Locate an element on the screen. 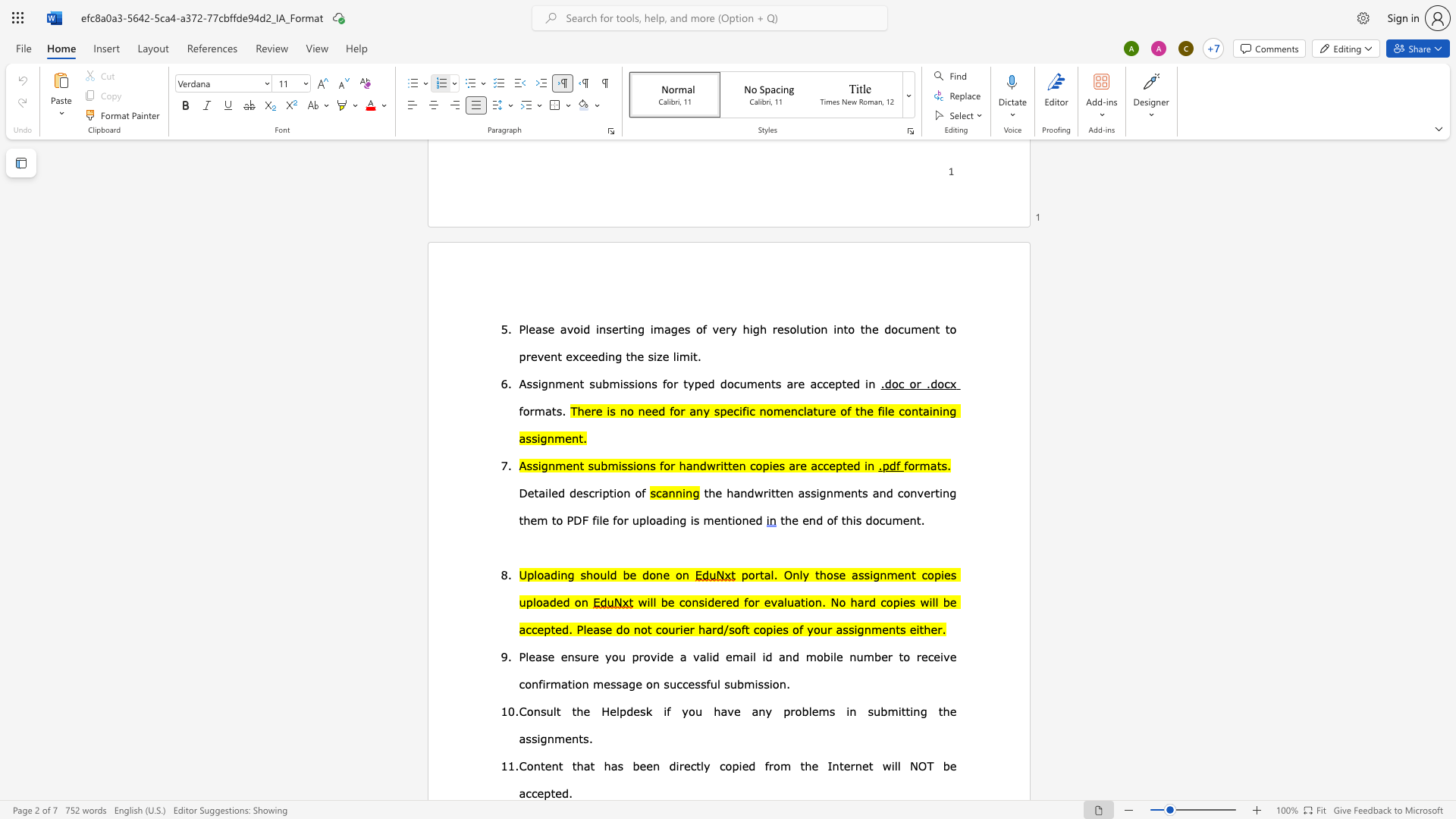 The height and width of the screenshot is (819, 1456). the space between the continuous character "e" and "p" in the text is located at coordinates (544, 792).